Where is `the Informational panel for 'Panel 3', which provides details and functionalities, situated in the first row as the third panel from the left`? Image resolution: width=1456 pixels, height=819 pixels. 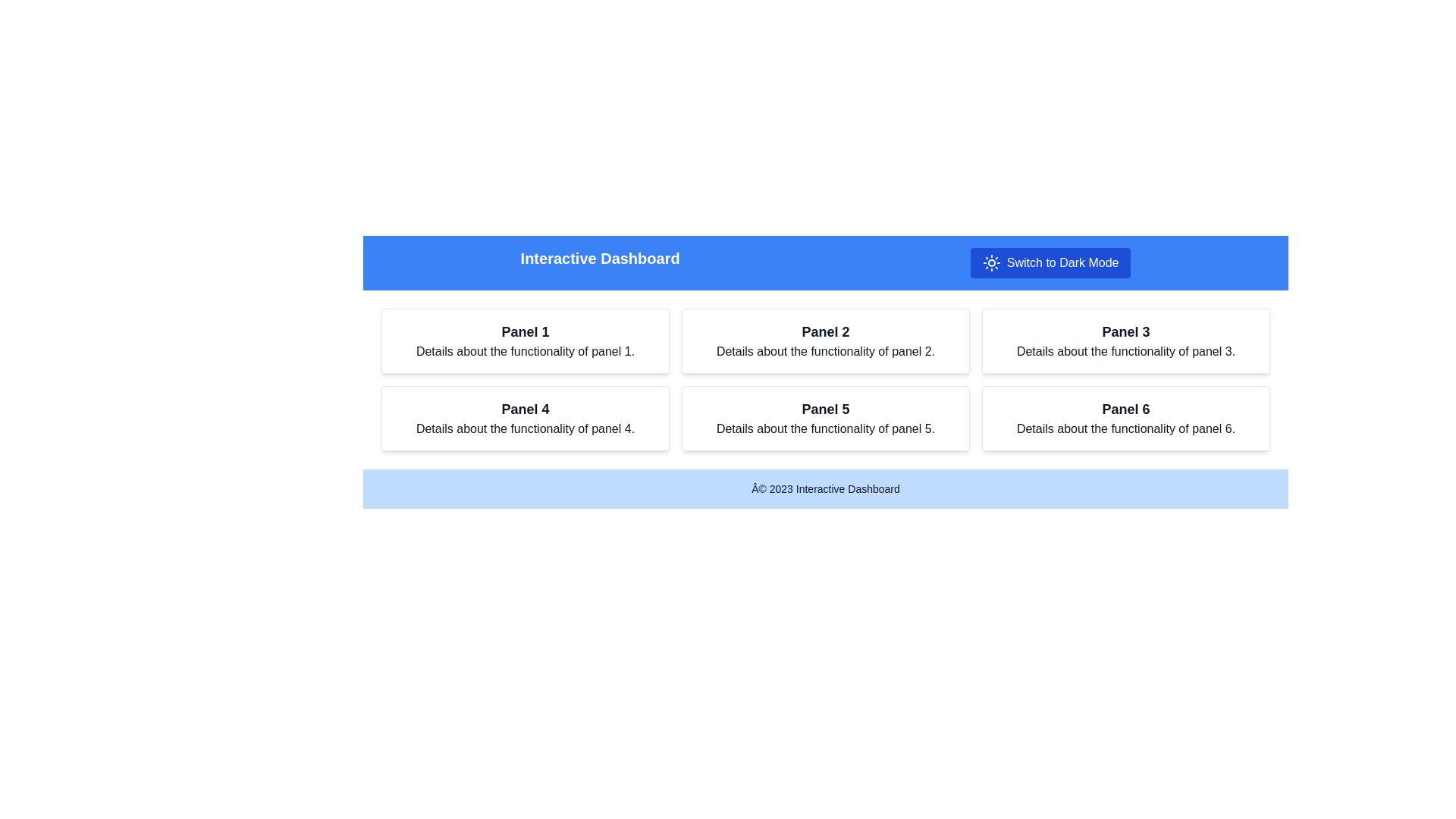
the Informational panel for 'Panel 3', which provides details and functionalities, situated in the first row as the third panel from the left is located at coordinates (1125, 341).